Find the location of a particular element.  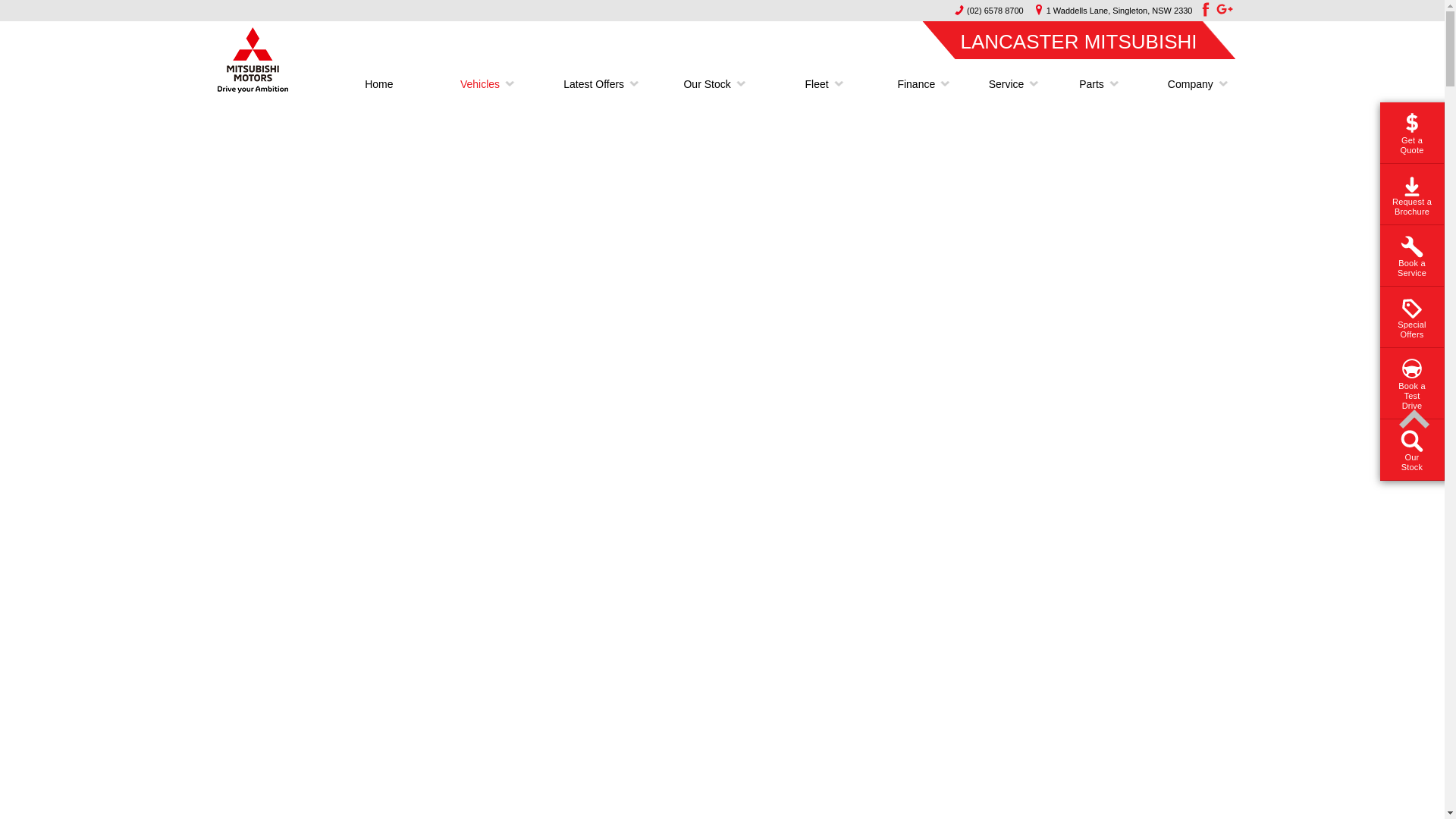

'Parts' is located at coordinates (1090, 84).